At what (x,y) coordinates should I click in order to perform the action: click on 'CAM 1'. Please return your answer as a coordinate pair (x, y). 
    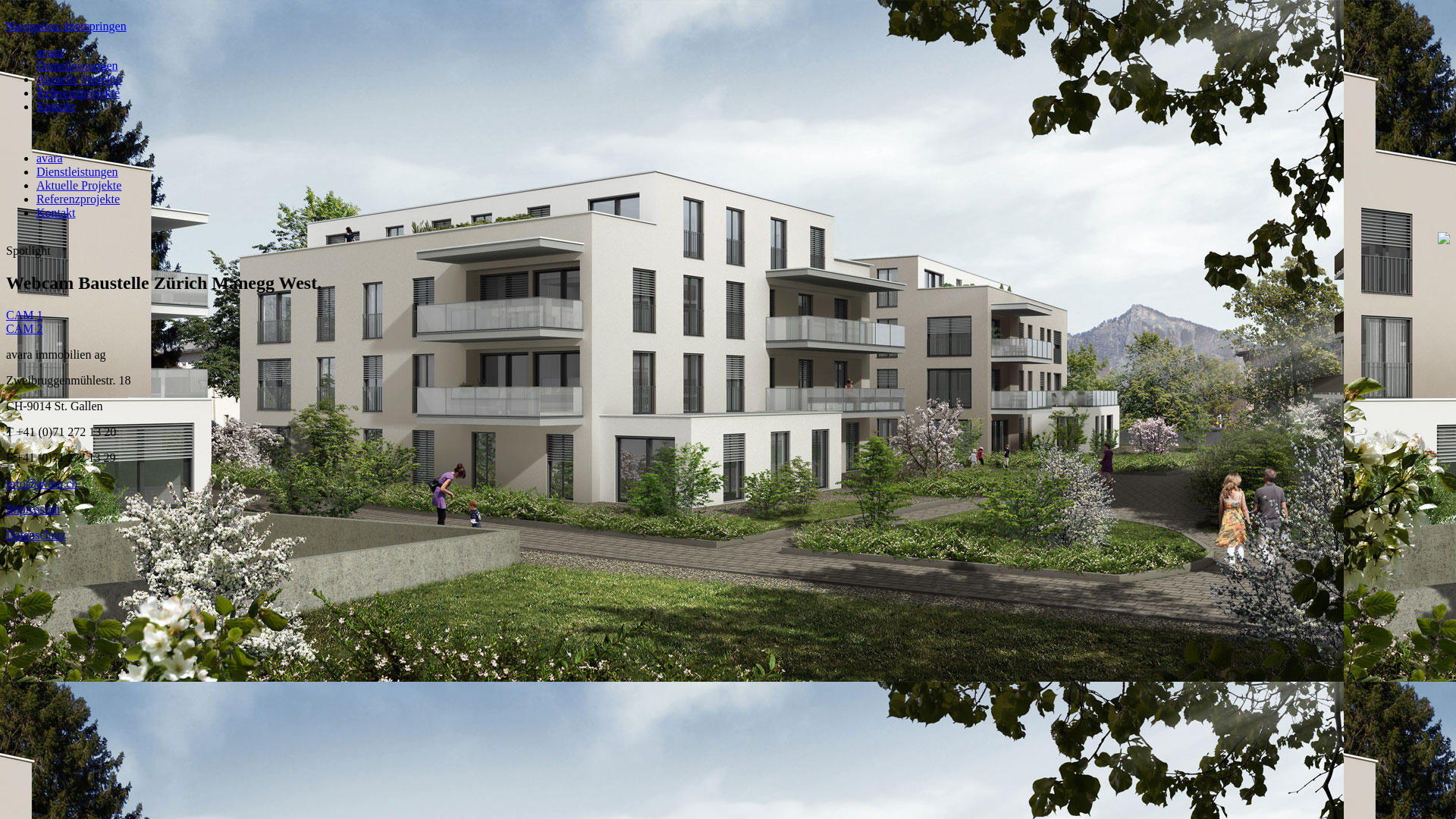
    Looking at the image, I should click on (6, 314).